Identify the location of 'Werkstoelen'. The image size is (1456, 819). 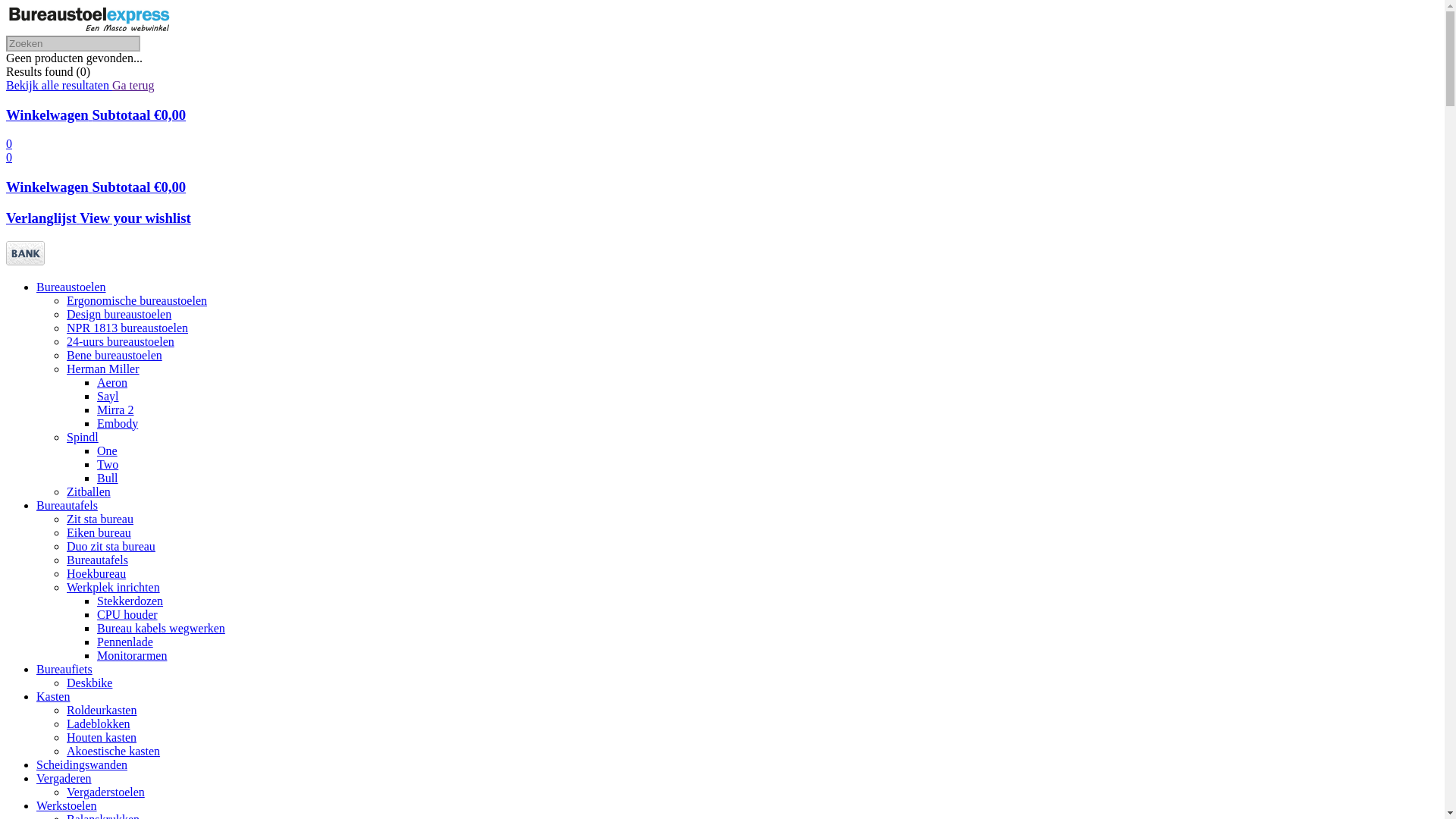
(65, 805).